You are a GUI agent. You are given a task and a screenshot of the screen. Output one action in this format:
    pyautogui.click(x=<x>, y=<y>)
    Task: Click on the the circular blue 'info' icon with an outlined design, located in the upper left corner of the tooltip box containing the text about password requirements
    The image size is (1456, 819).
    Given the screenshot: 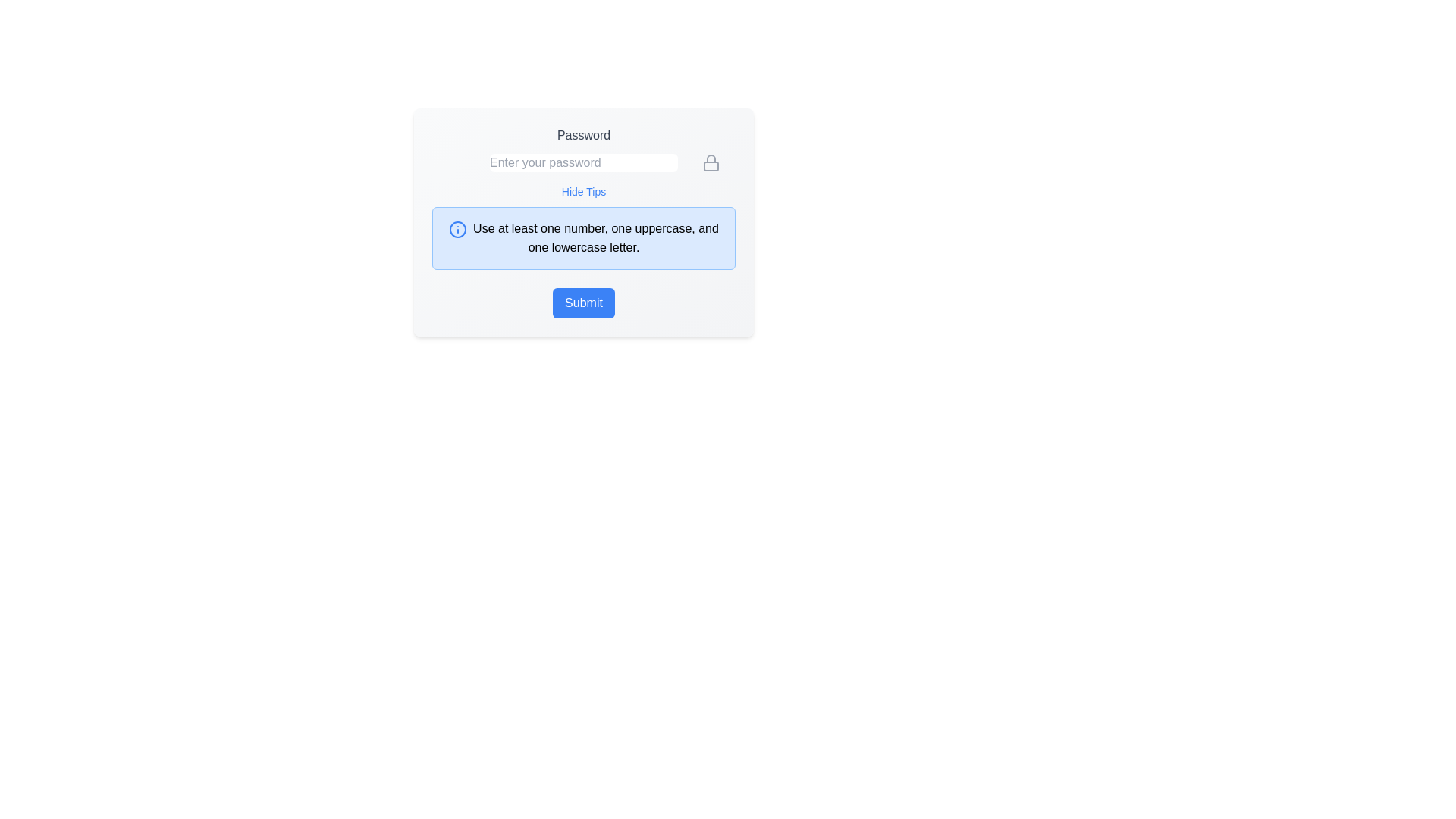 What is the action you would take?
    pyautogui.click(x=457, y=229)
    